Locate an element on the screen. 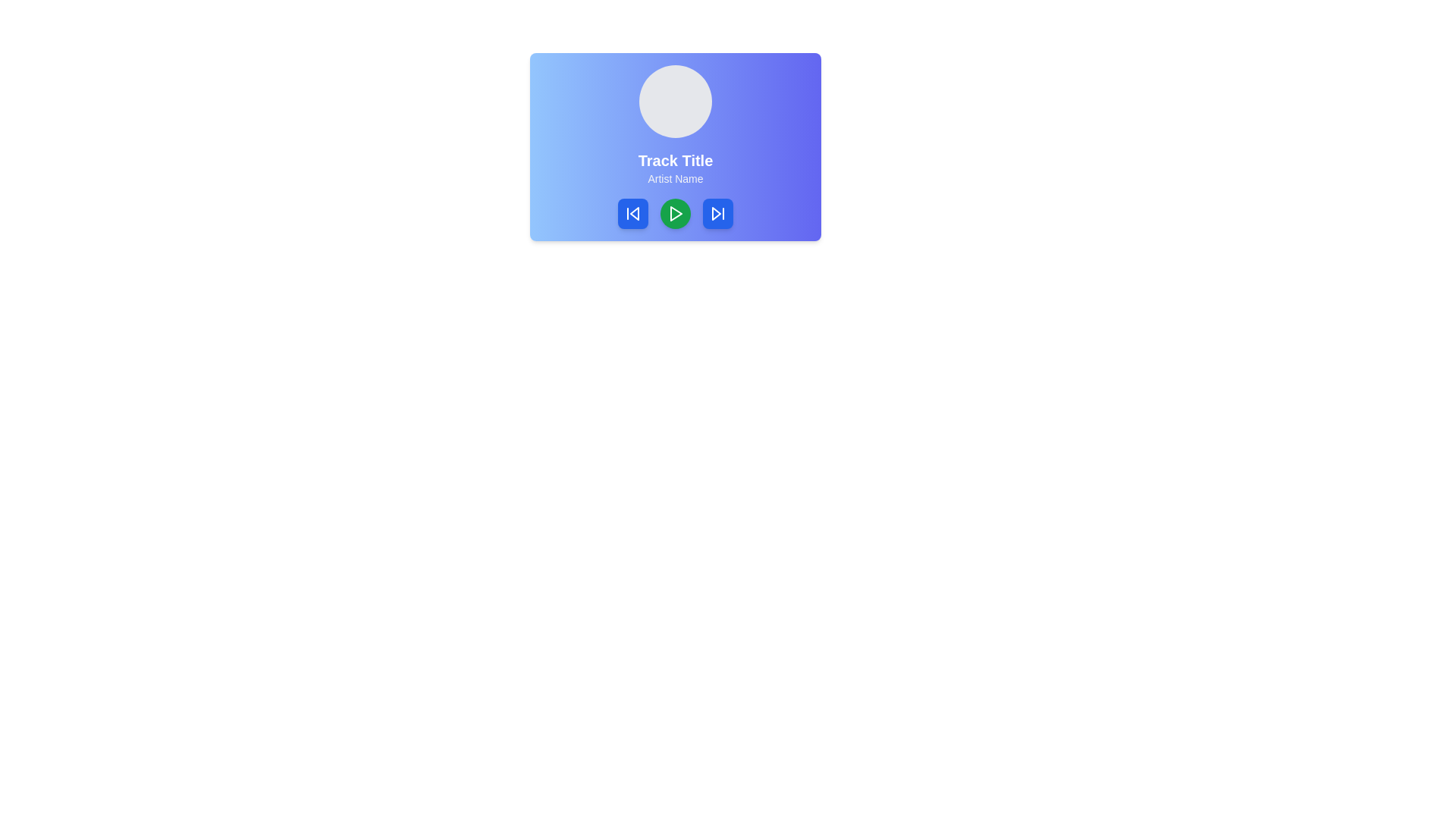 Image resolution: width=1456 pixels, height=819 pixels. the 'Skip Forward' button icon located in the music player toolbar is located at coordinates (716, 213).